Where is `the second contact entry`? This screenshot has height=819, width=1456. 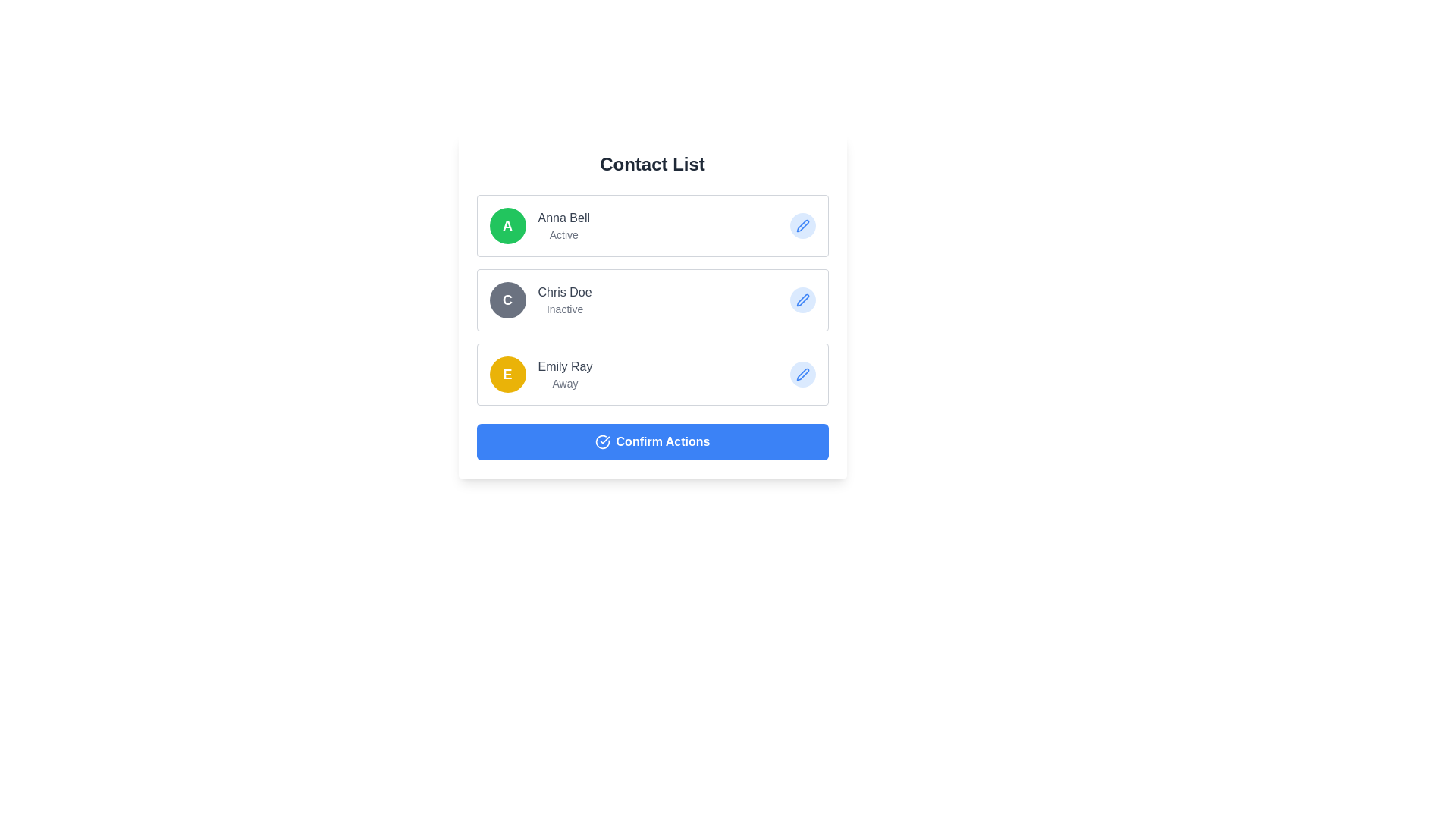
the second contact entry is located at coordinates (652, 300).